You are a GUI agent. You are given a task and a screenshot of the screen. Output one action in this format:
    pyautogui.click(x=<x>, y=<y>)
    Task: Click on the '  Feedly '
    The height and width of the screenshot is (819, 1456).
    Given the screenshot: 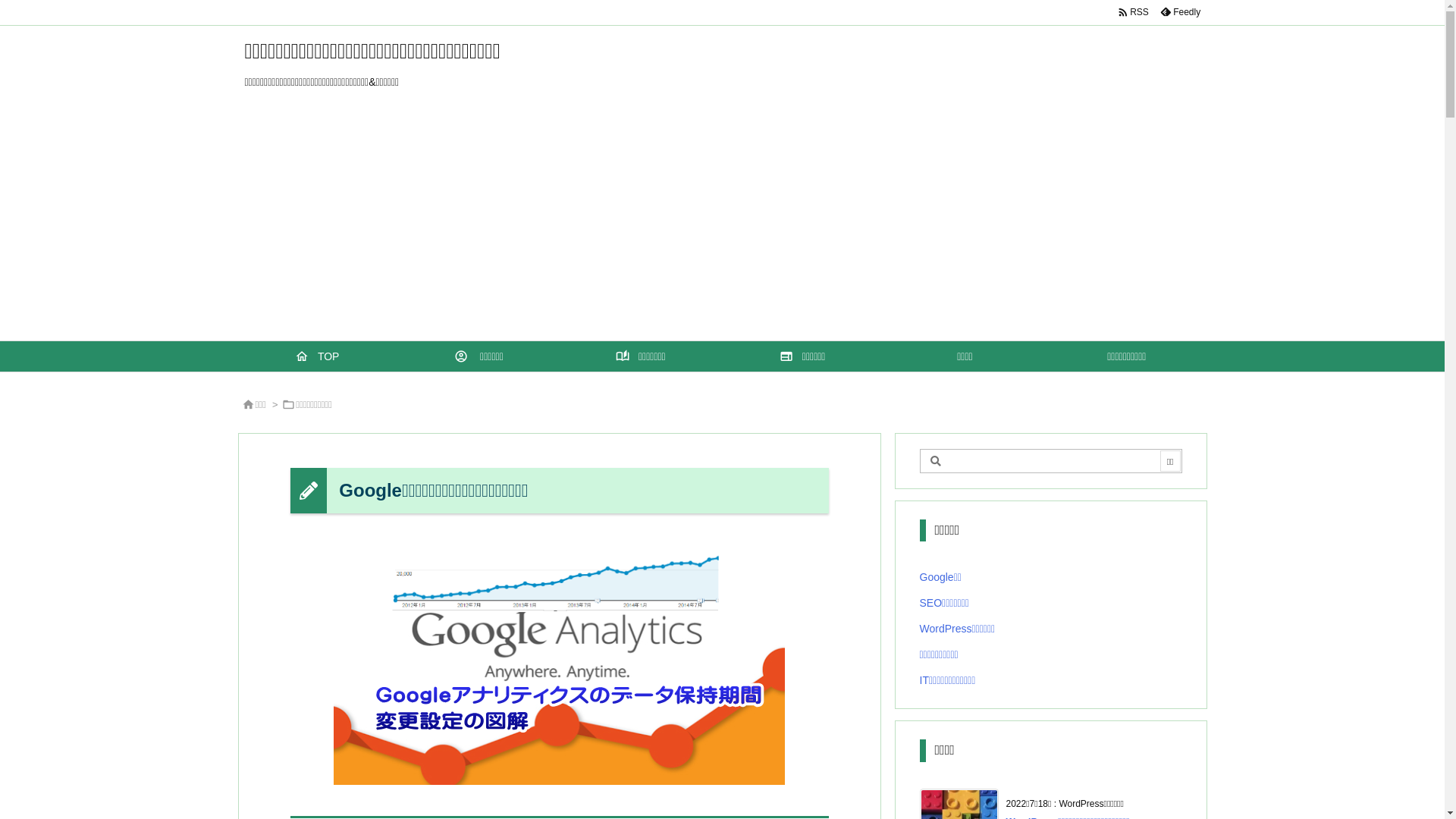 What is the action you would take?
    pyautogui.click(x=1178, y=11)
    